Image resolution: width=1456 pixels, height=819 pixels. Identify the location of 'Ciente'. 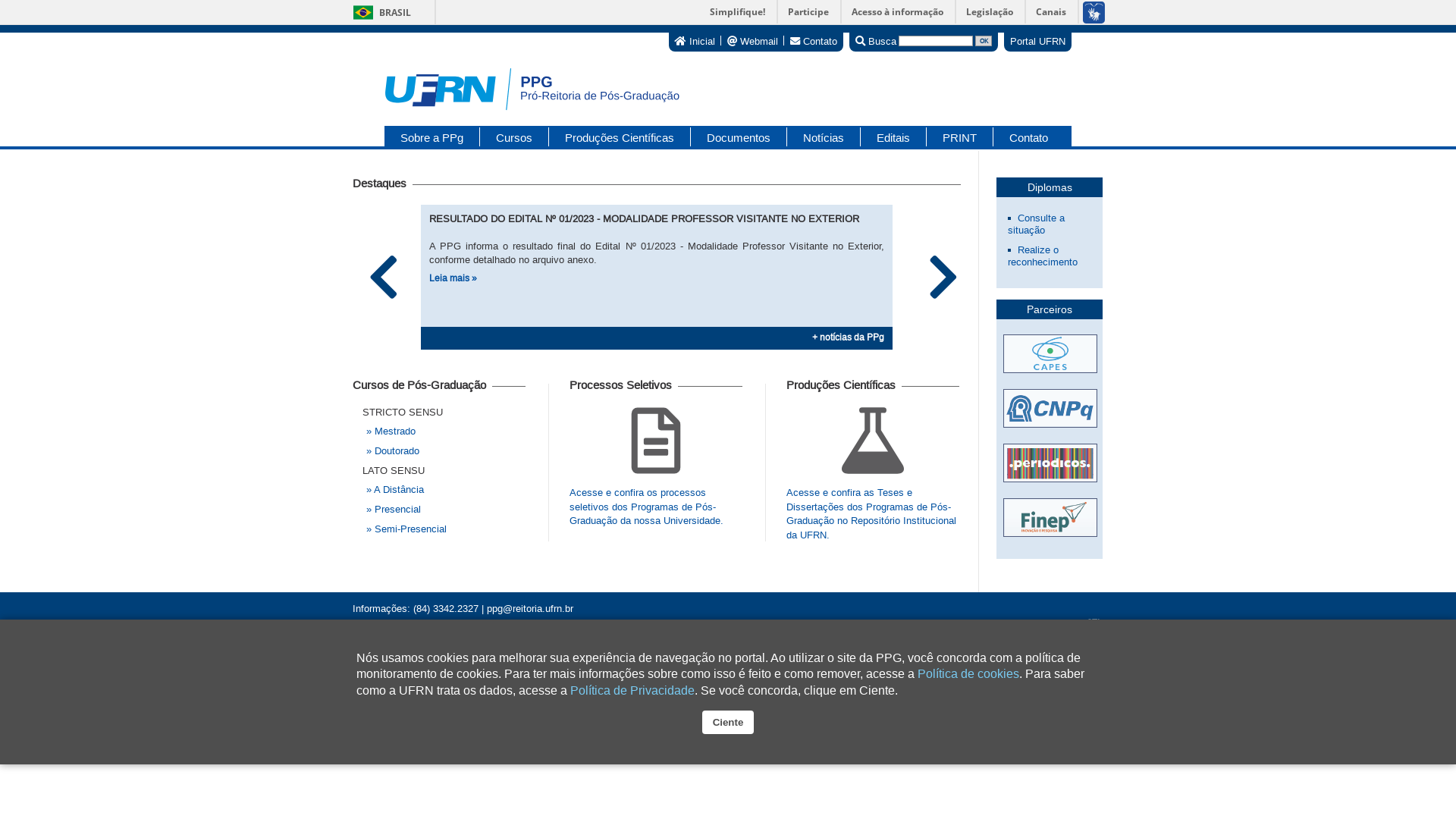
(728, 721).